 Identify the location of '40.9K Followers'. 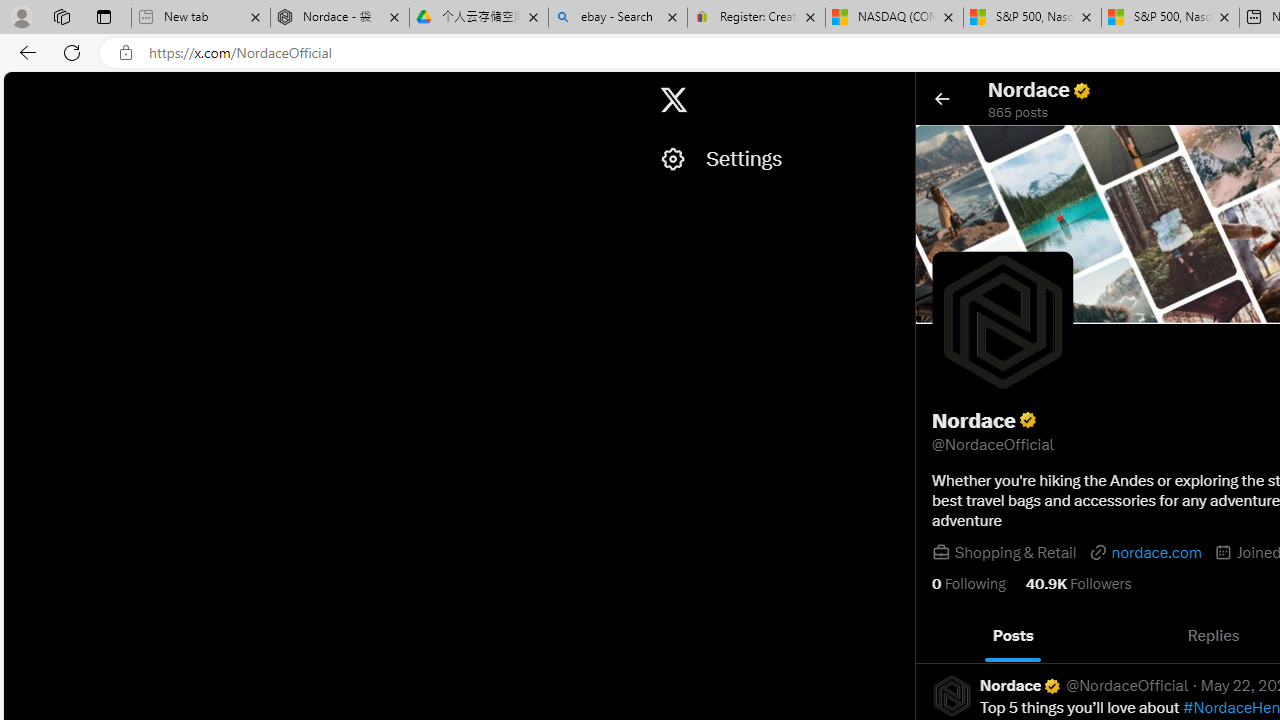
(1077, 583).